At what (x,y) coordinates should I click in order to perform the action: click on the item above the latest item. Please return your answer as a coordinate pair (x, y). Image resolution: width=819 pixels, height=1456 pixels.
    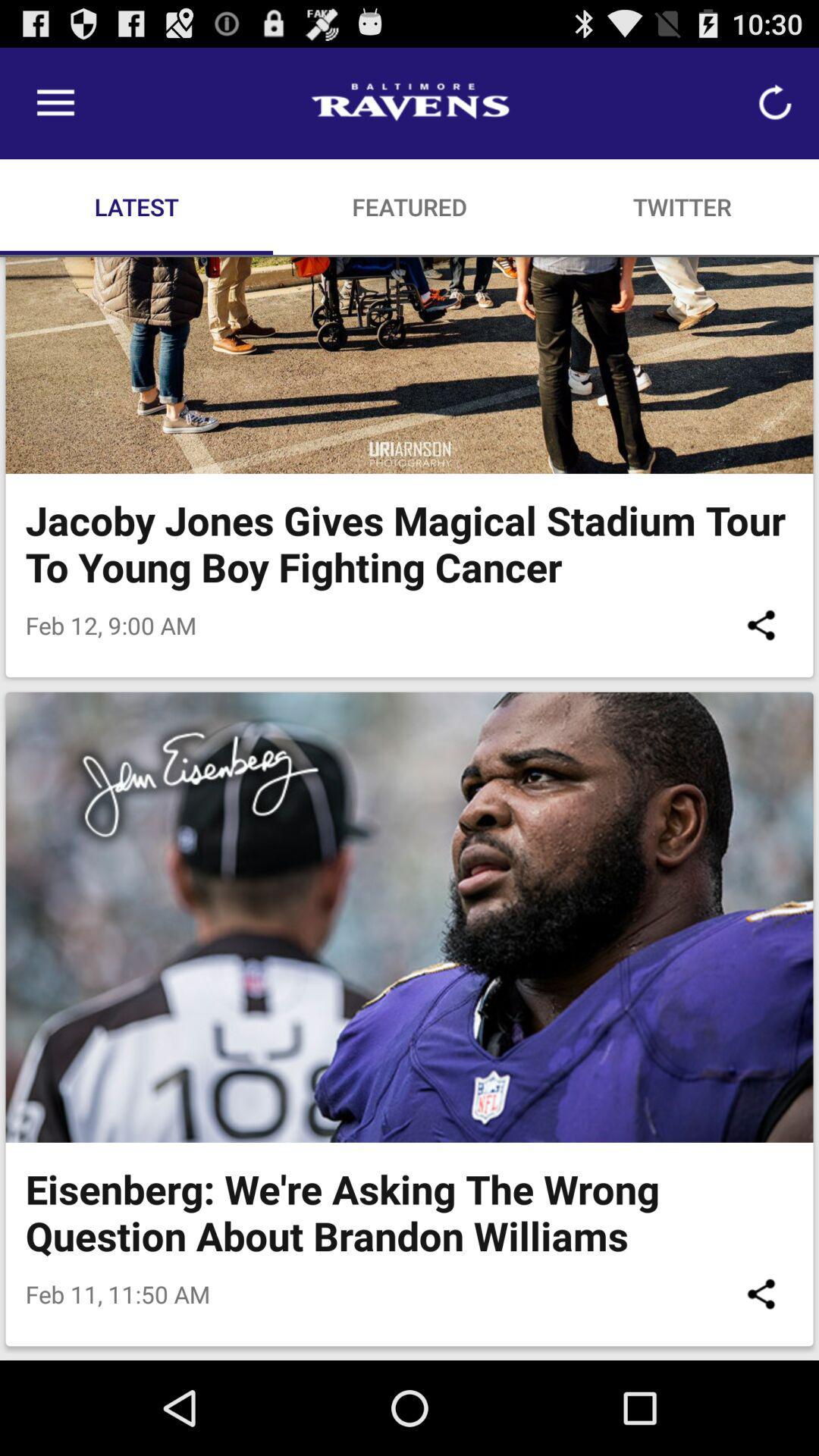
    Looking at the image, I should click on (55, 102).